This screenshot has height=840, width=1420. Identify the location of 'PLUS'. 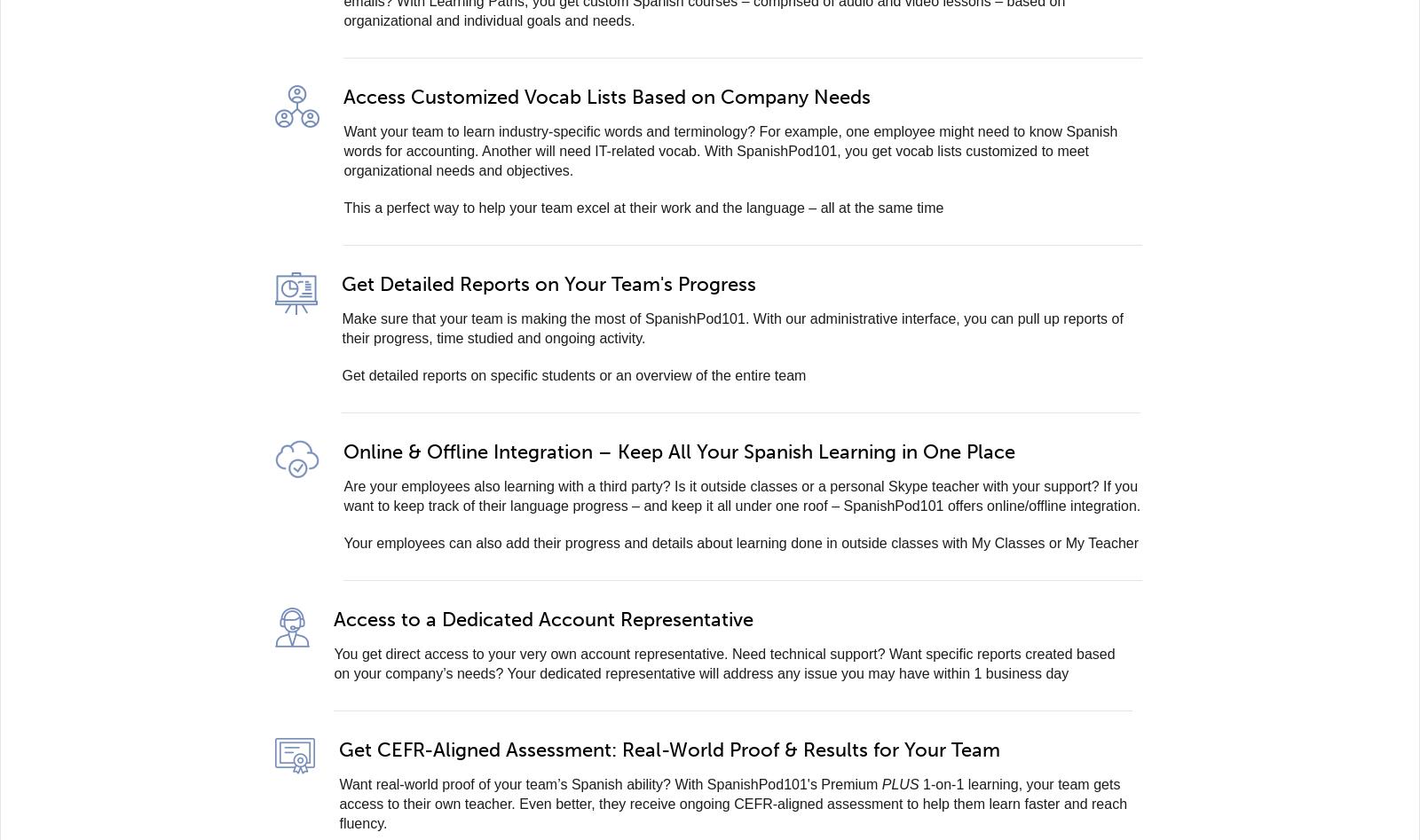
(900, 783).